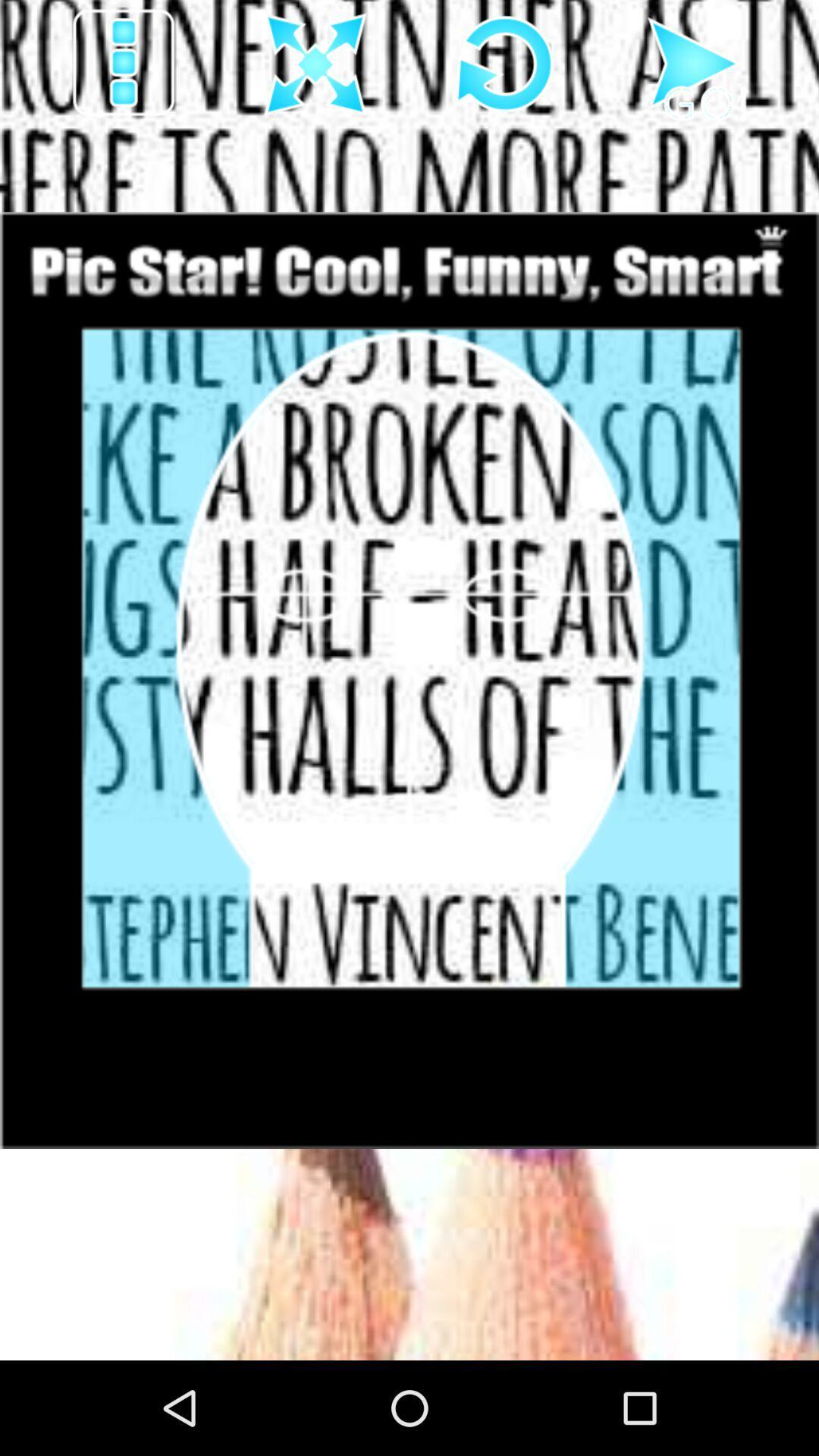 The width and height of the screenshot is (819, 1456). I want to click on the navigation icon, so click(695, 68).